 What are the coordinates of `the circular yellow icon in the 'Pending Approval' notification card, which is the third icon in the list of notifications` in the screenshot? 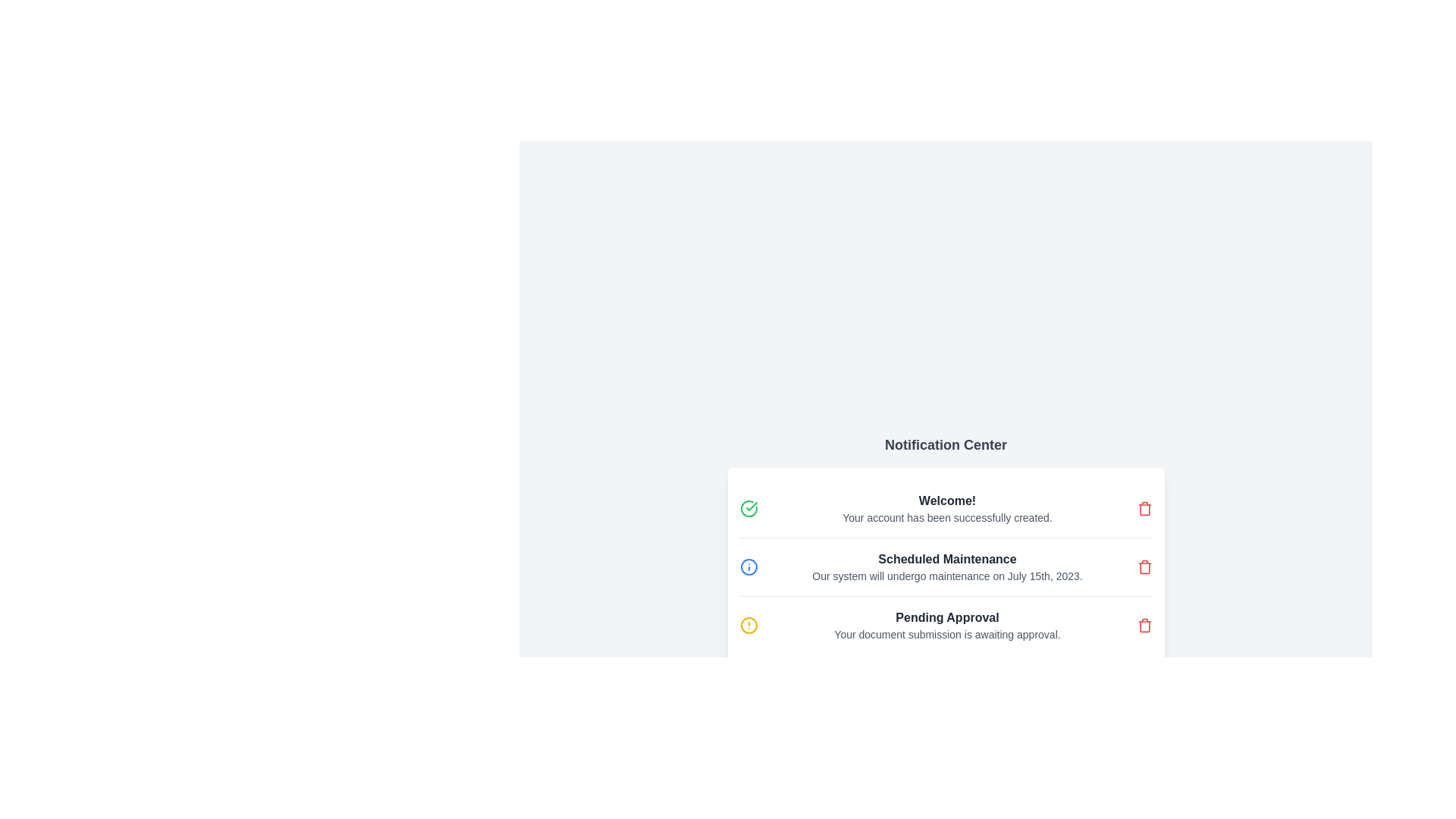 It's located at (748, 626).